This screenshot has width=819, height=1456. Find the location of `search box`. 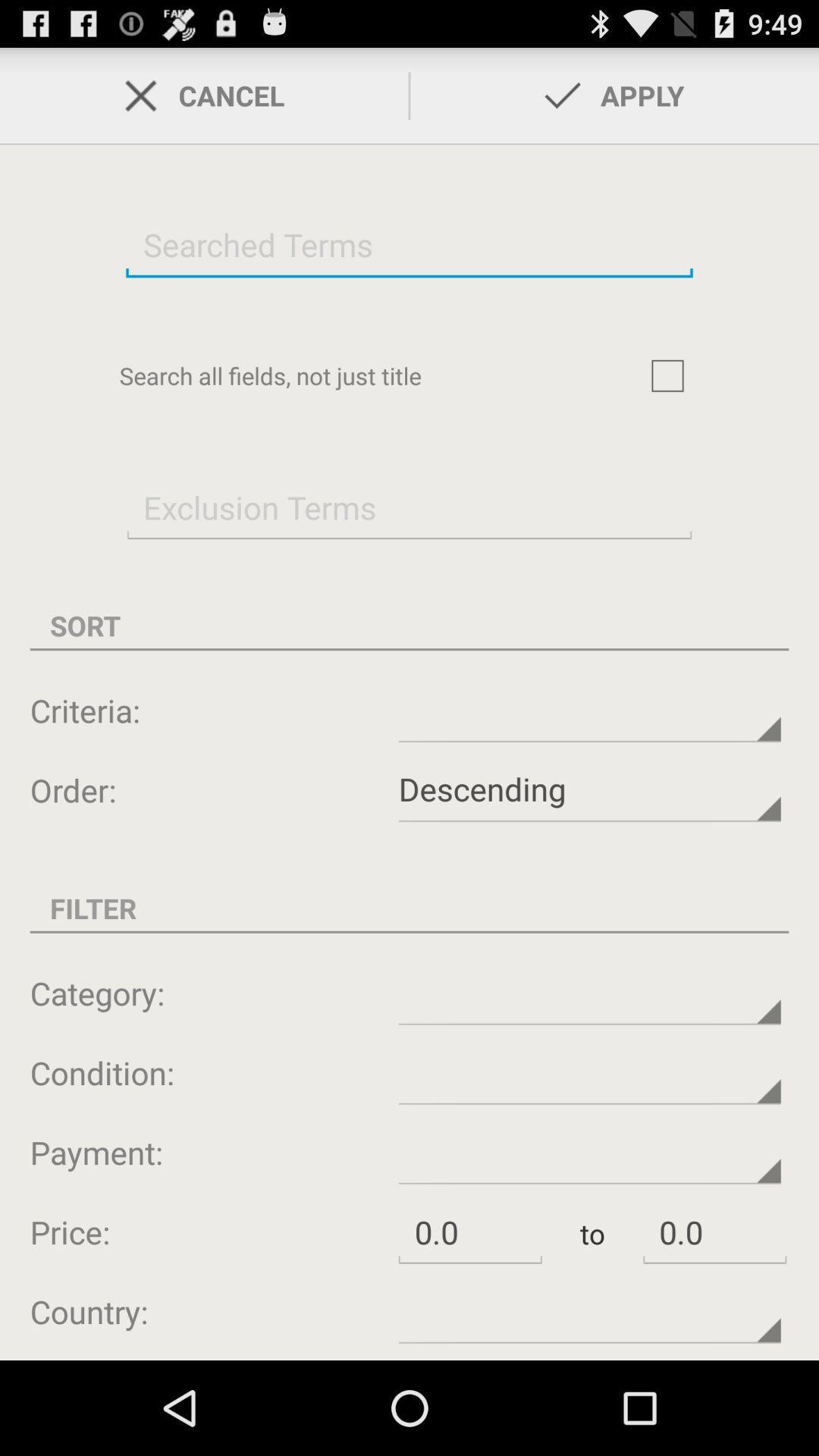

search box is located at coordinates (667, 375).